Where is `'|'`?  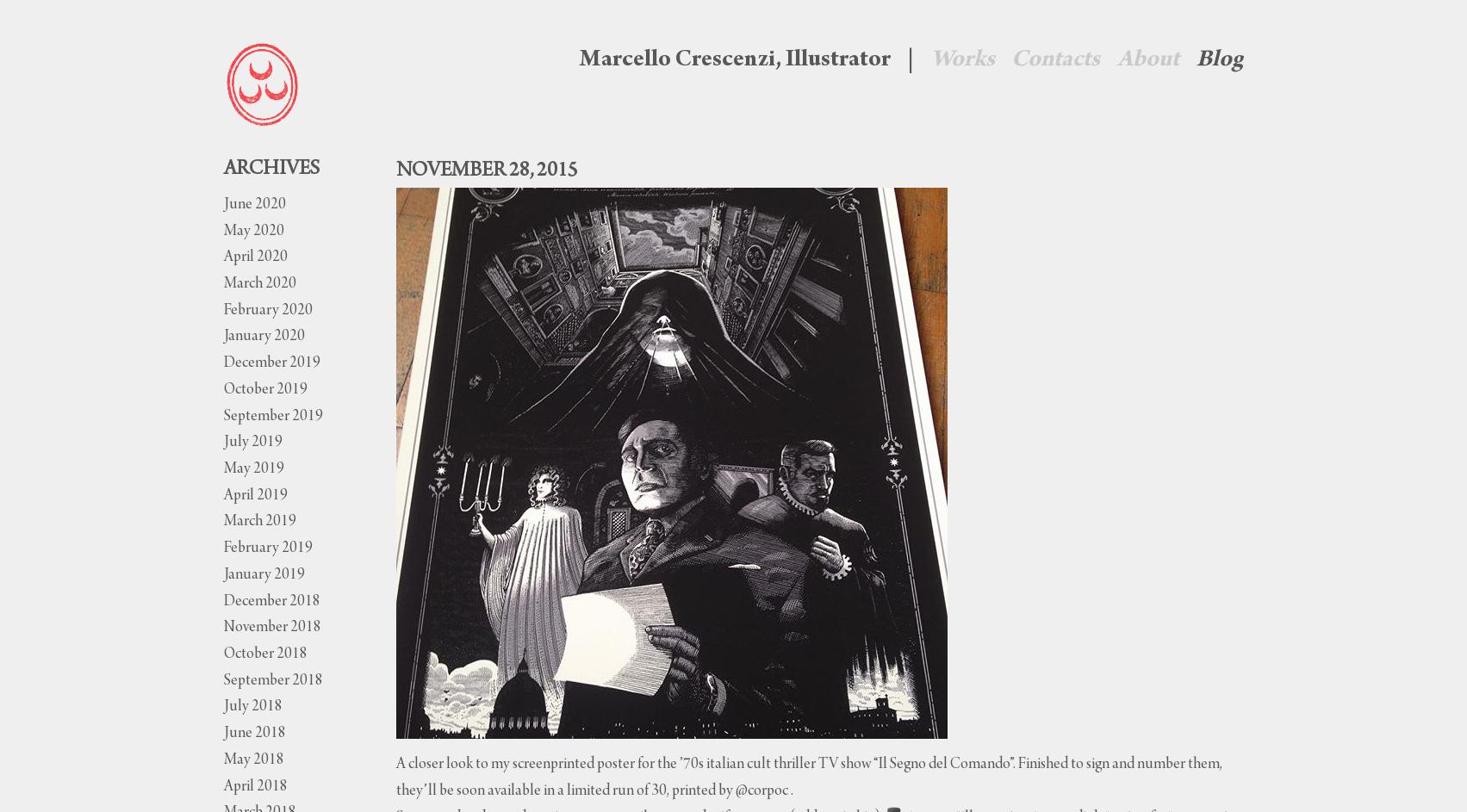 '|' is located at coordinates (906, 59).